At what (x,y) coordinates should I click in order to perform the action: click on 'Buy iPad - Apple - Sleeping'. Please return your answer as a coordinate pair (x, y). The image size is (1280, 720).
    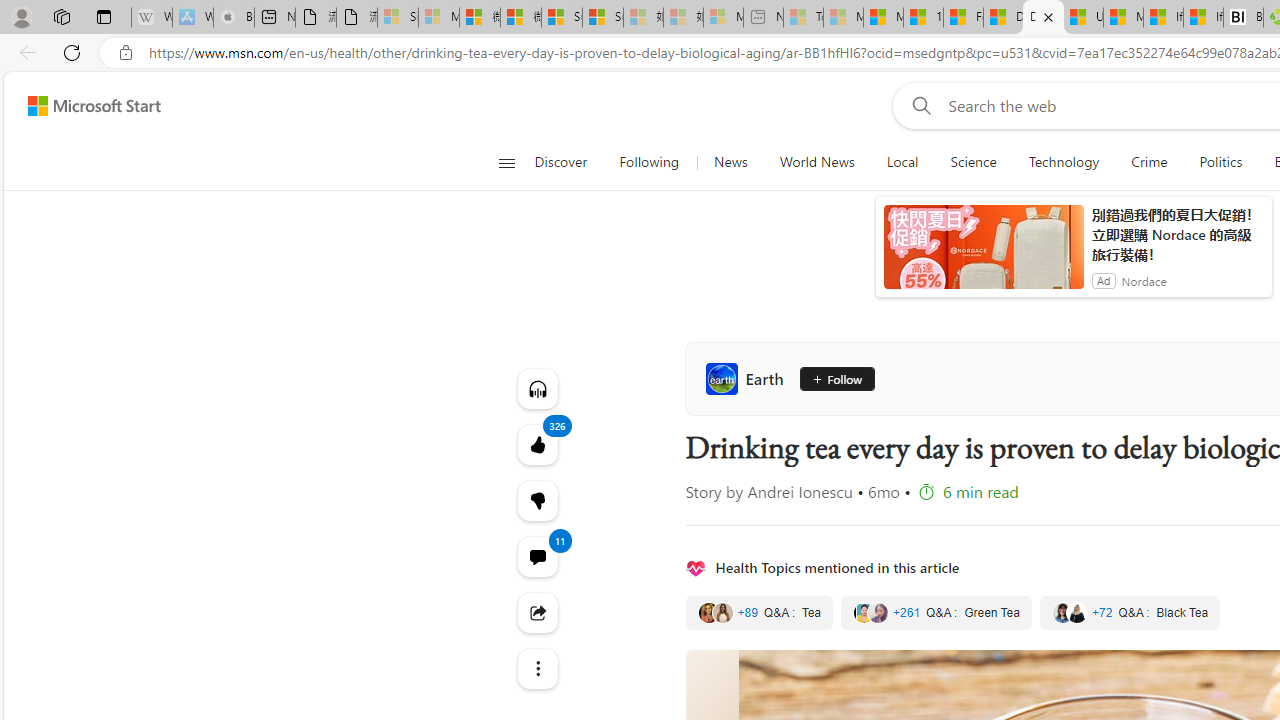
    Looking at the image, I should click on (233, 17).